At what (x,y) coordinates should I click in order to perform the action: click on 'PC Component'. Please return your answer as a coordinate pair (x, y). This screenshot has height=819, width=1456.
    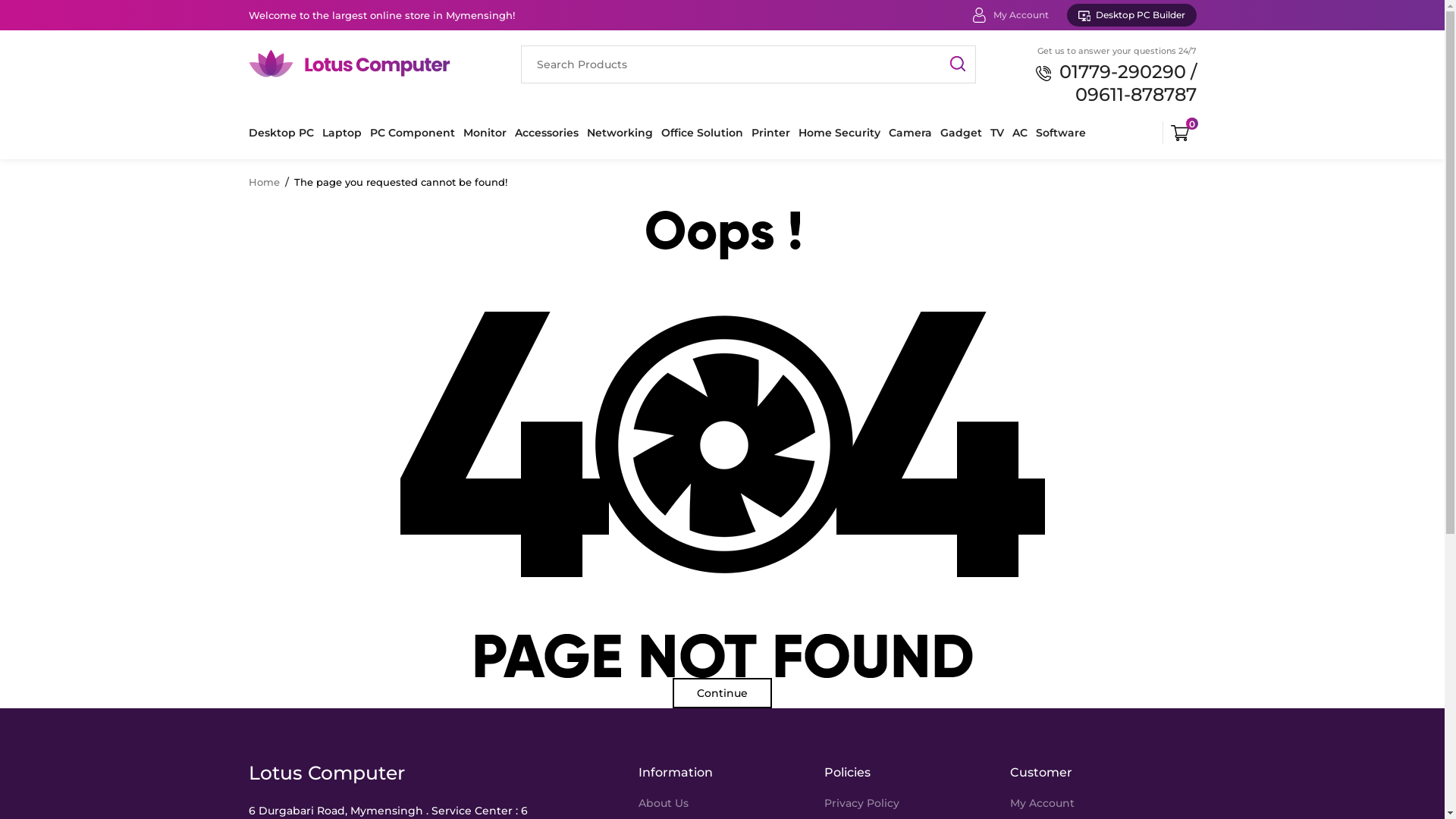
    Looking at the image, I should click on (370, 131).